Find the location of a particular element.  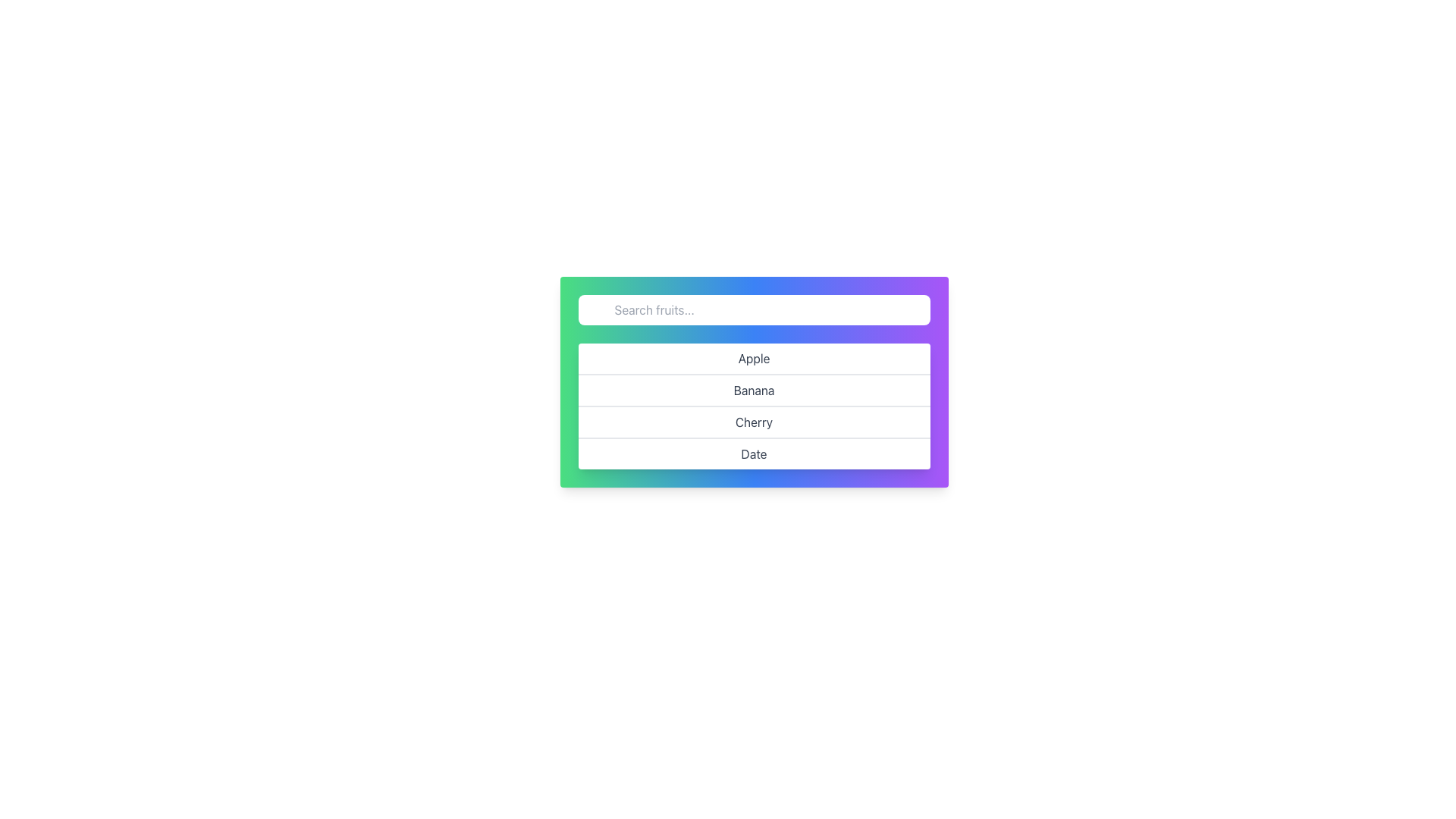

the text label displaying 'Apple' is located at coordinates (754, 359).